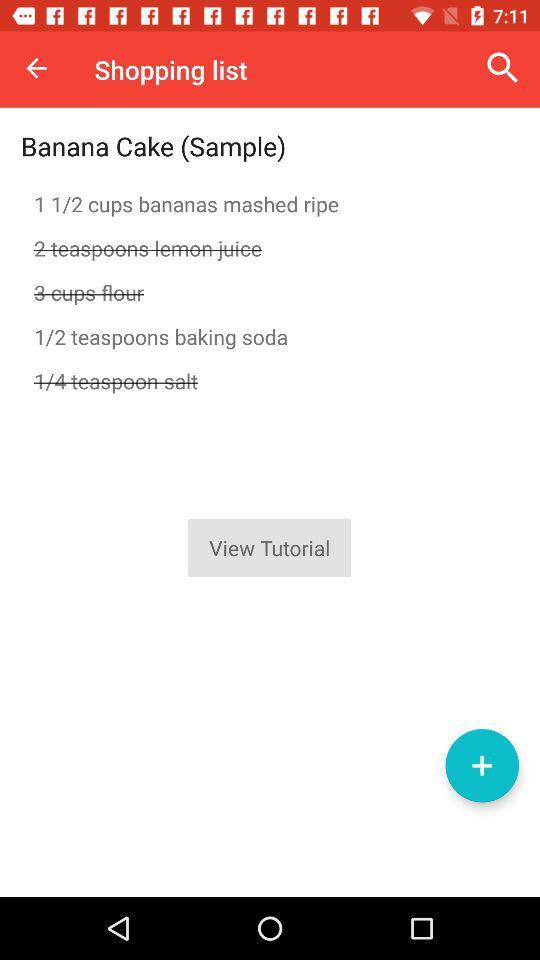 The width and height of the screenshot is (540, 960). I want to click on the icon below the 1 4 teaspoon item, so click(481, 764).